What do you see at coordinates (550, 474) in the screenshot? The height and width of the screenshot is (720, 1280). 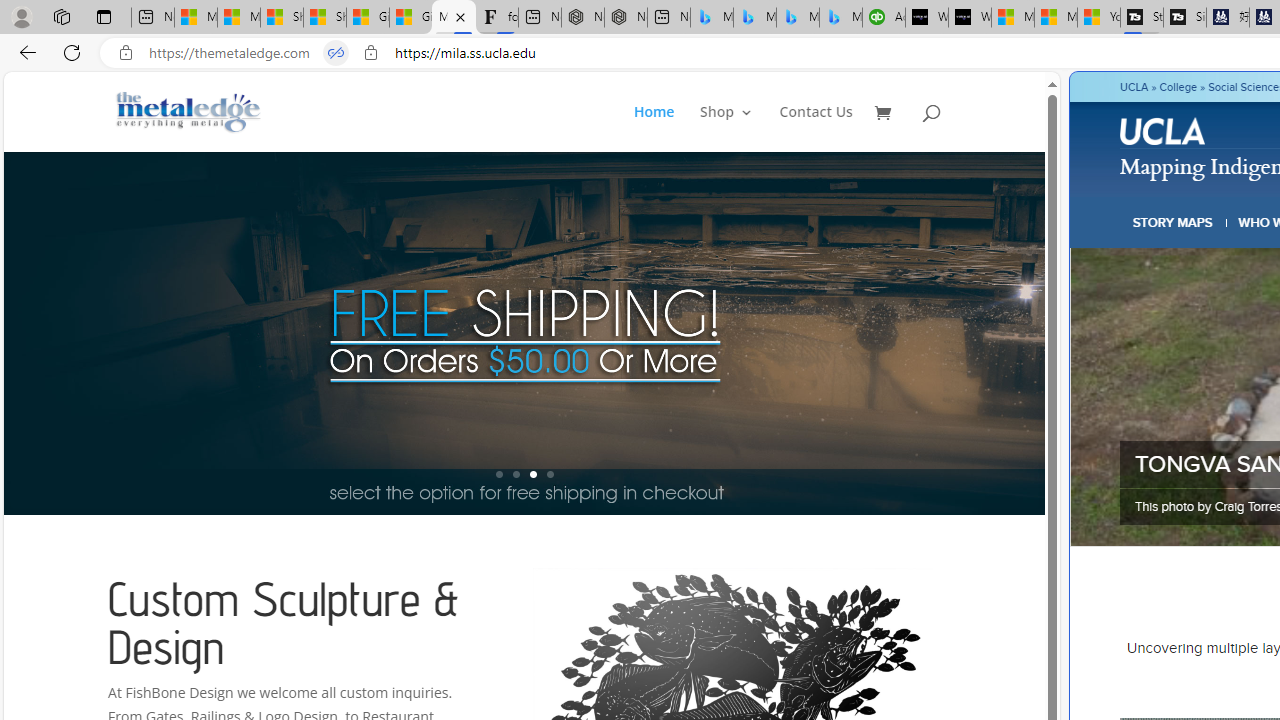 I see `'4'` at bounding box center [550, 474].